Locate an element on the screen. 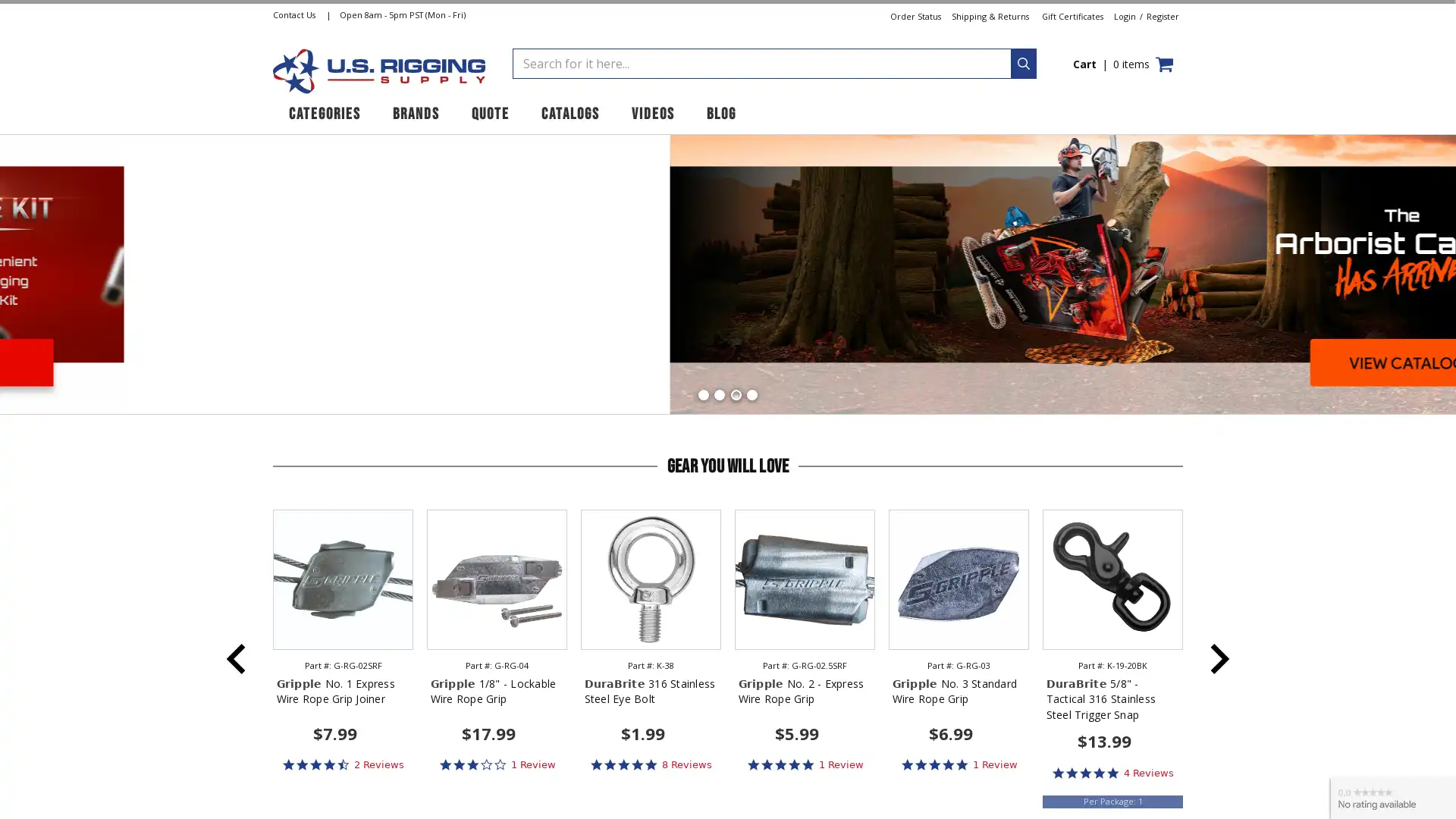  2 is located at coordinates (719, 394).